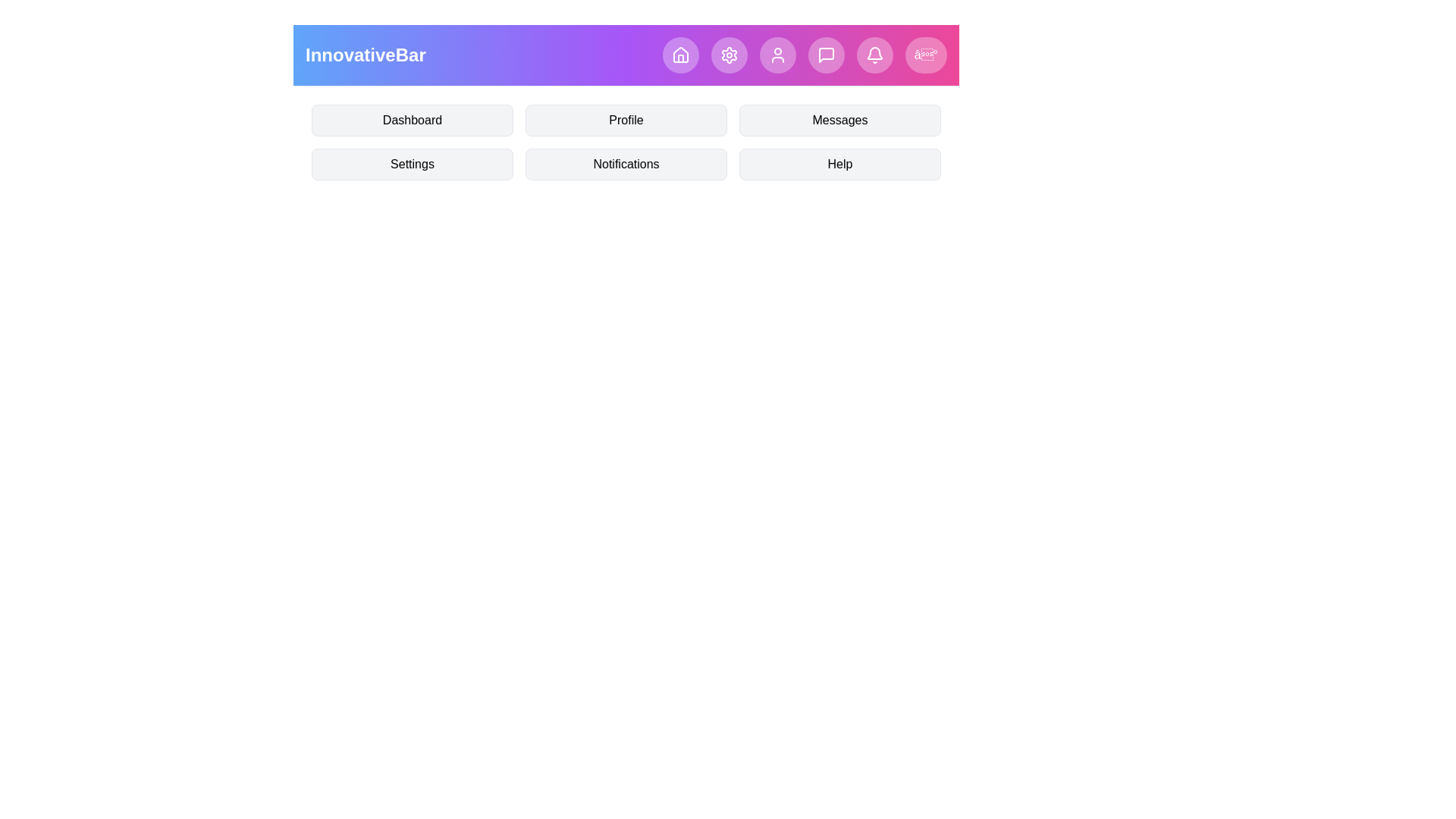 This screenshot has width=1456, height=819. I want to click on the navigation icon corresponding to Bell, so click(874, 55).